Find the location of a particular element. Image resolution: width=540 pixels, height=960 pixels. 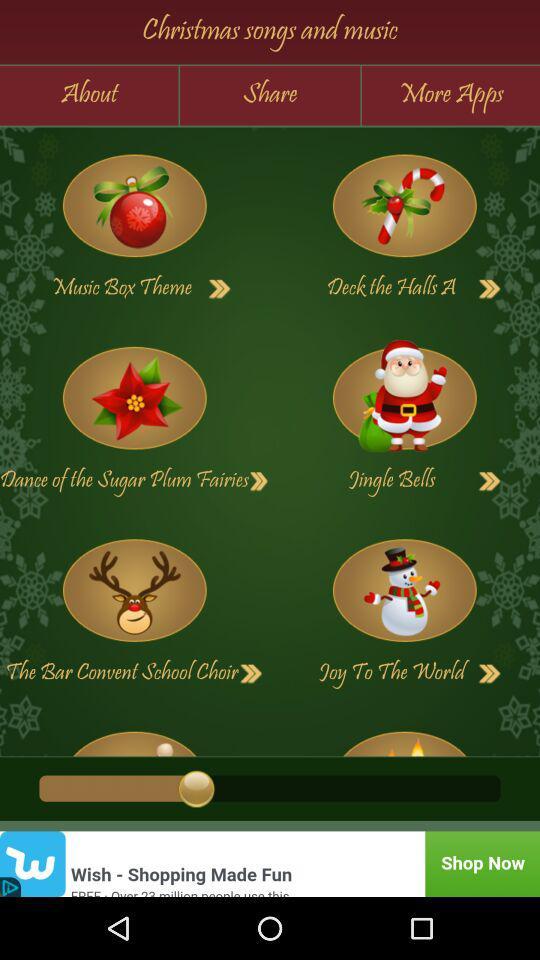

game menu is located at coordinates (134, 397).